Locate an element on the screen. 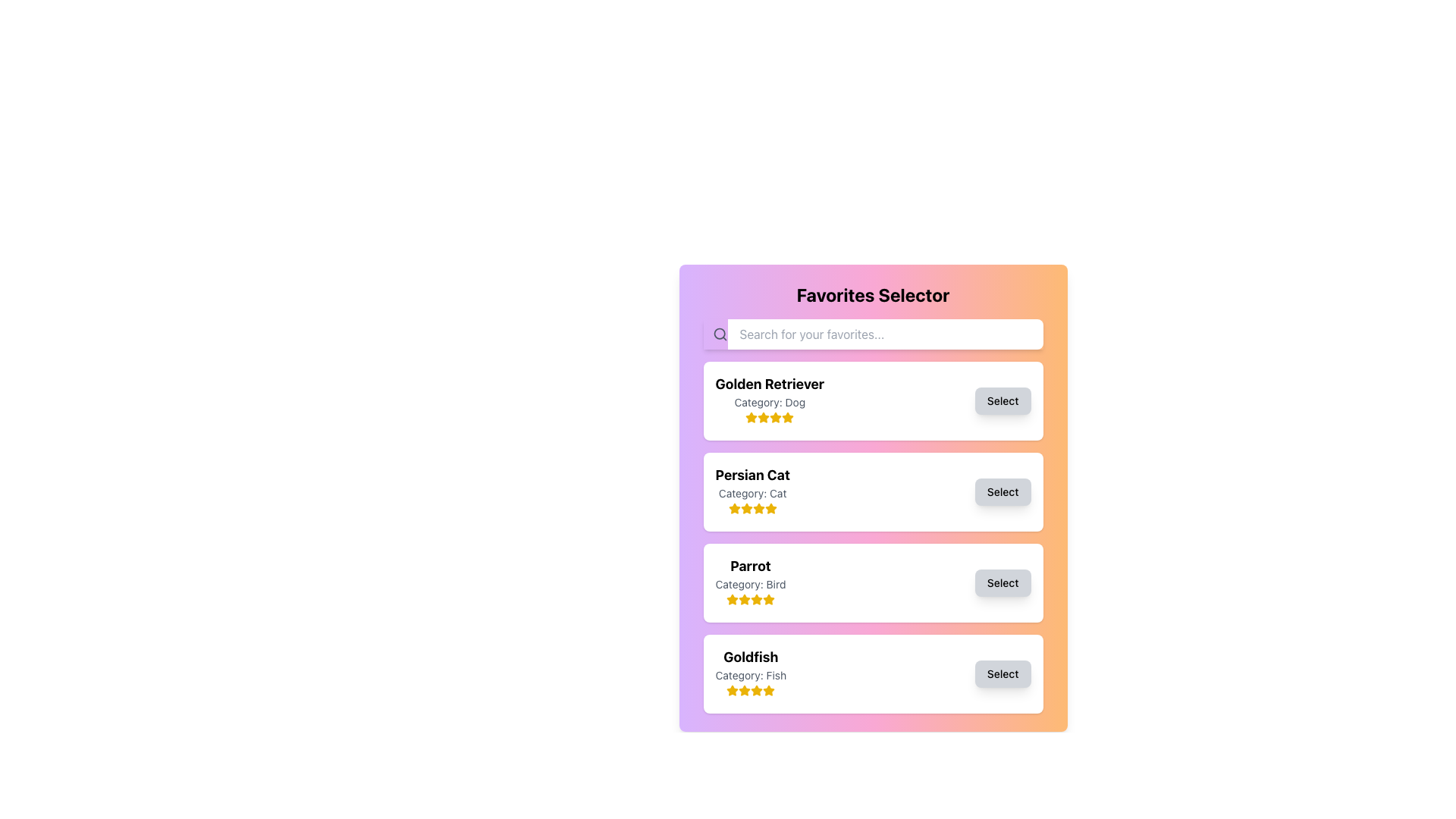 This screenshot has height=819, width=1456. the fifth yellow star-shaped rating icon for the 'Golden Retriever' item located in the first row of the items list is located at coordinates (788, 418).